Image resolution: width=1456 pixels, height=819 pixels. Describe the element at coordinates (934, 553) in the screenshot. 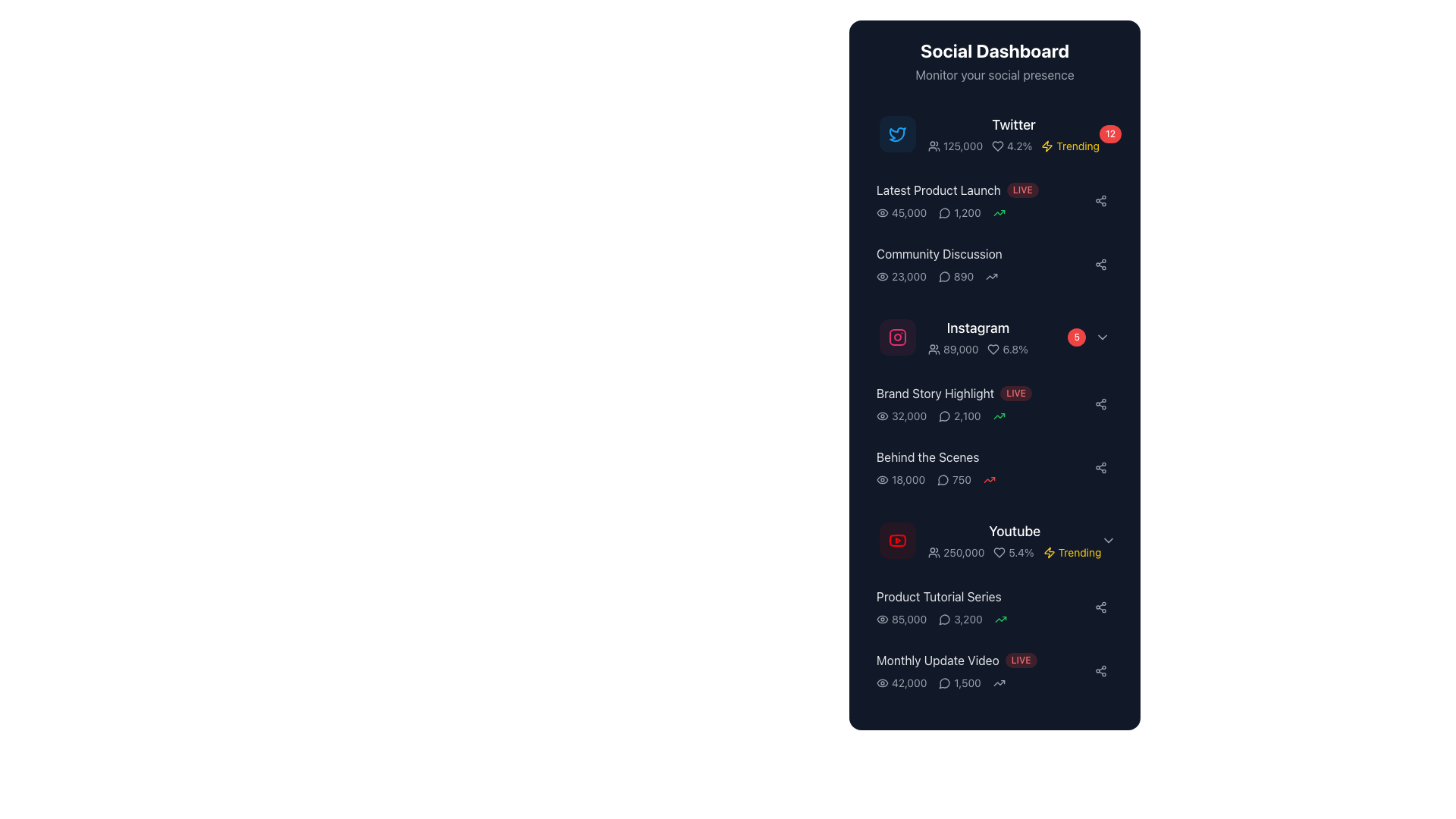

I see `the icon depicting a group of people located to the left of the text '250,000' in the 'Youtube' section of the dashboard` at that location.